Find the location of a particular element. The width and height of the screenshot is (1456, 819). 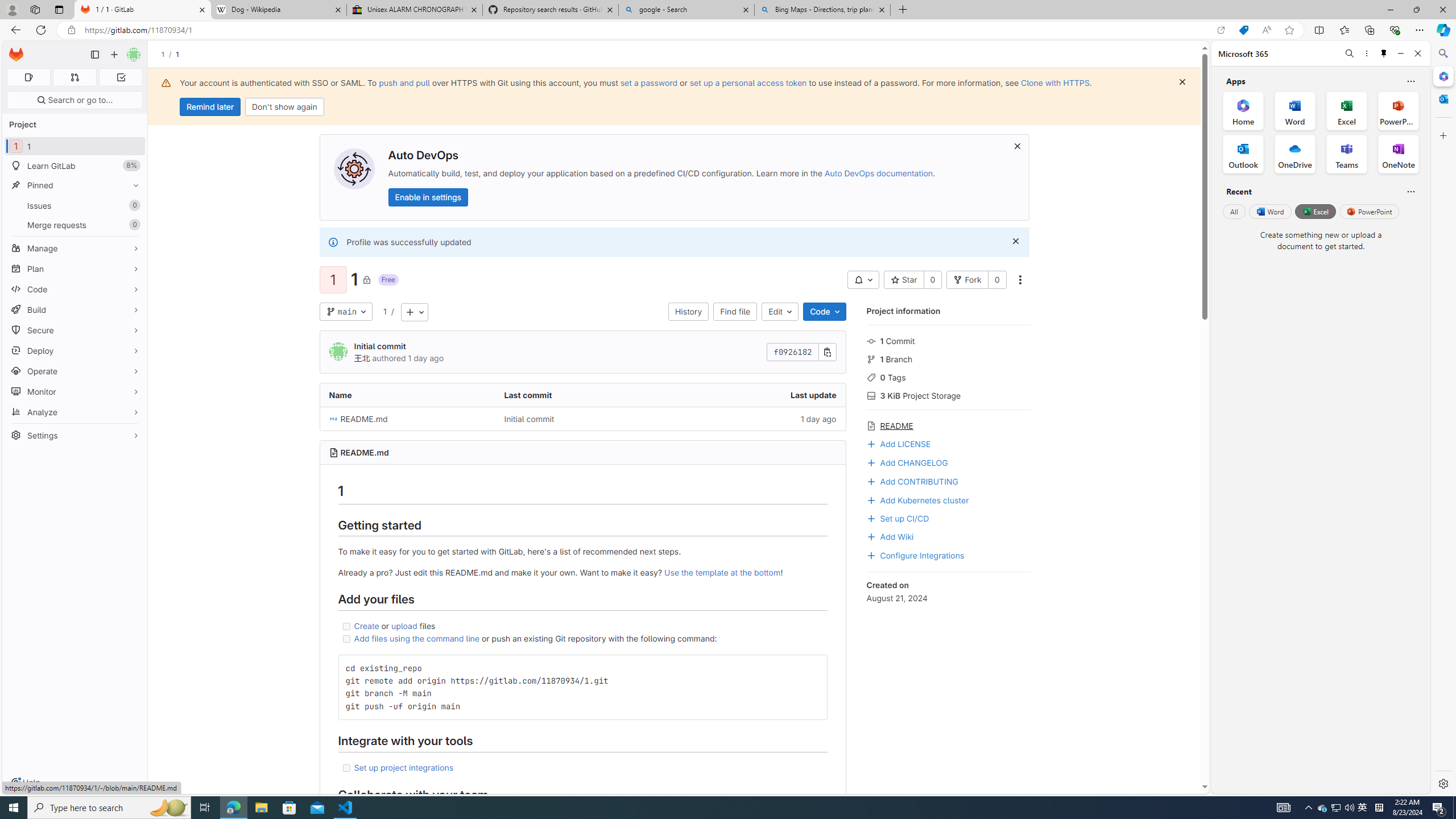

'Operate' is located at coordinates (74, 371).